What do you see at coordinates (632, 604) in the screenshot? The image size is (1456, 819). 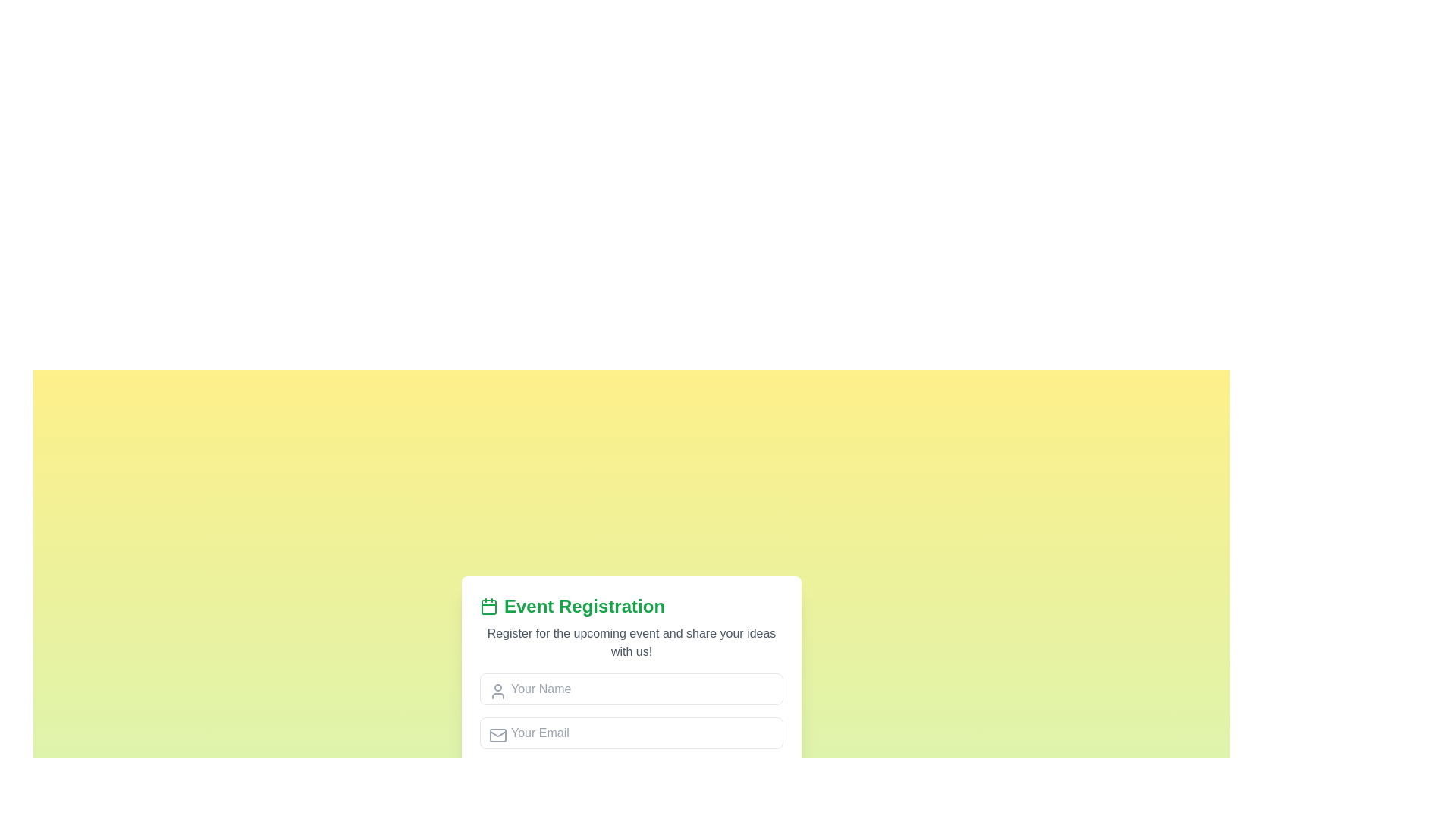 I see `the green text 'Event Registration' with a calendar icon, located at the top of the registration form card` at bounding box center [632, 604].